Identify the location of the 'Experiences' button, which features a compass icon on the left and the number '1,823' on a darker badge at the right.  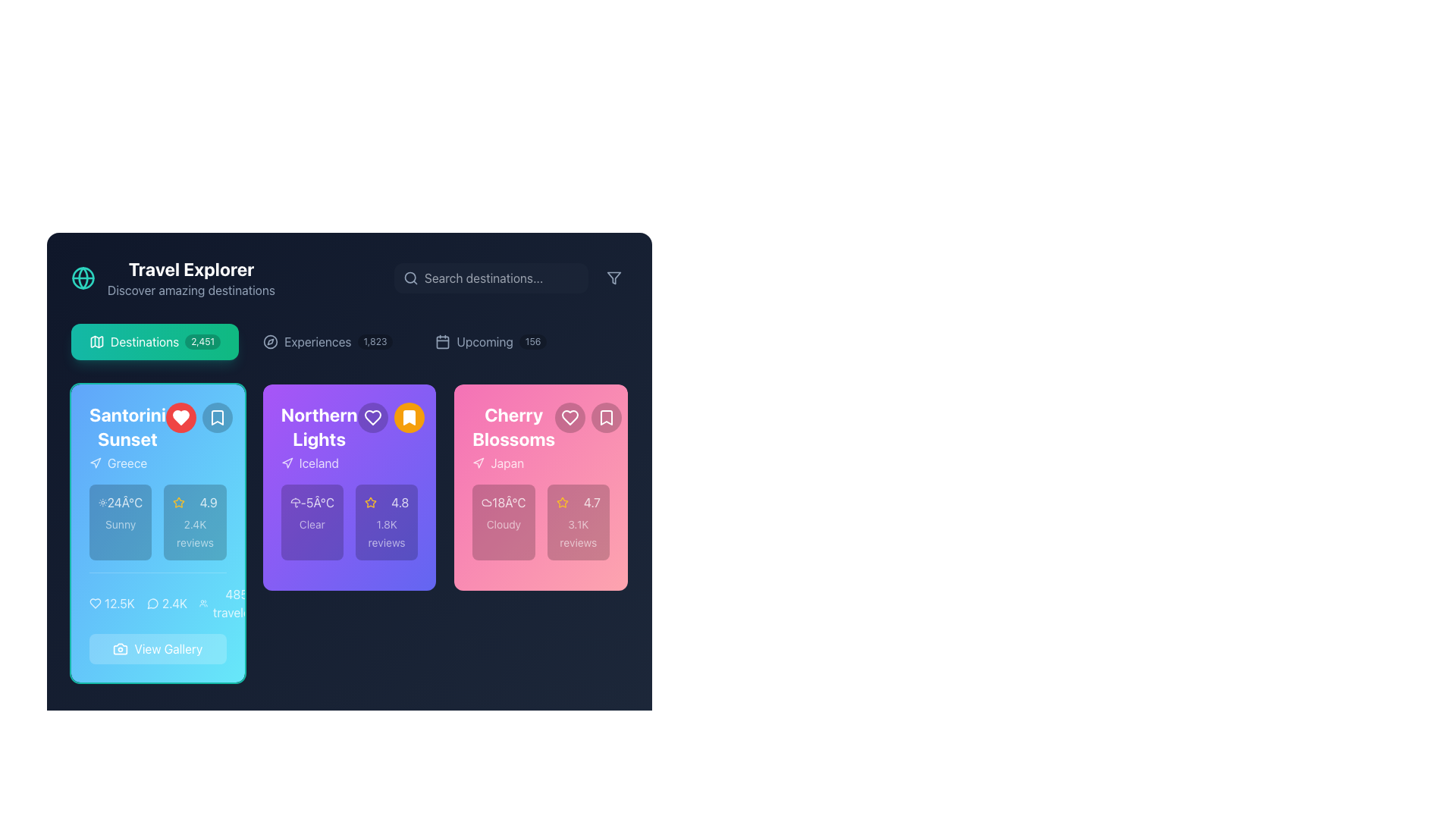
(327, 342).